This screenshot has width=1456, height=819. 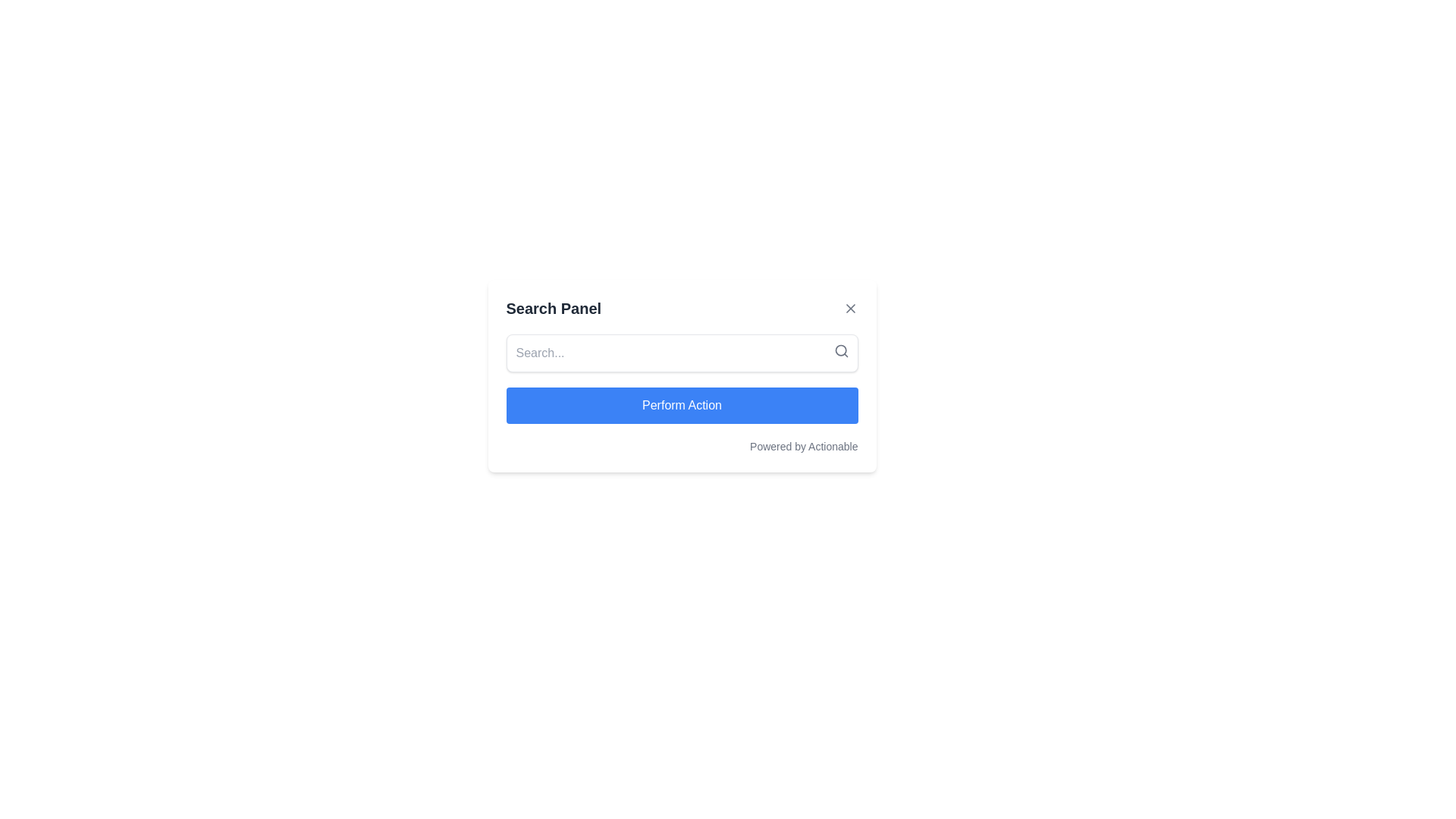 I want to click on the circular search icon styled with a dark gray border and a transparent fill, which features a graphical representation of a magnifying glass, located at the top right corner of the text input field, so click(x=840, y=350).